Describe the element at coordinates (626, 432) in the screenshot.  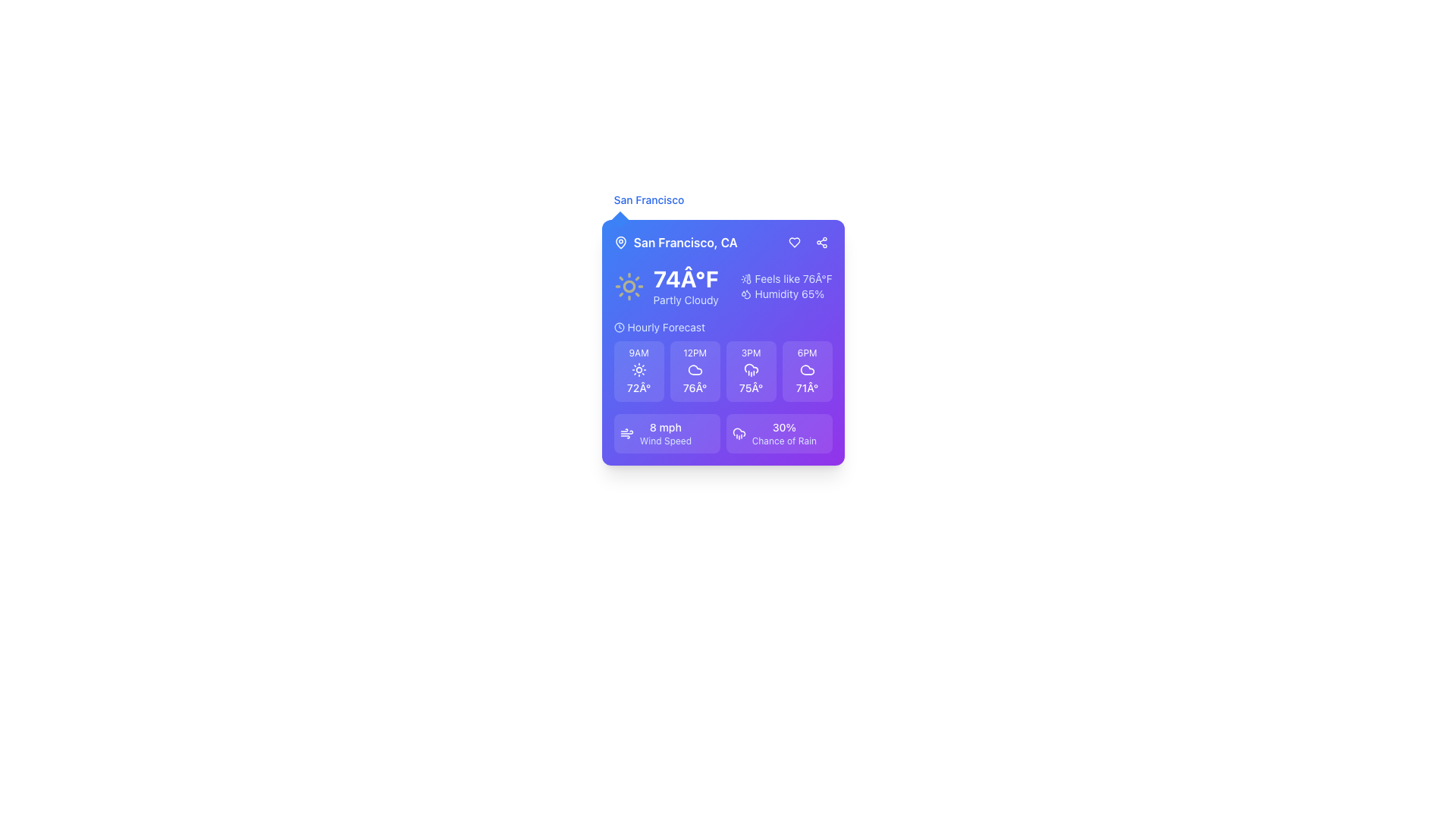
I see `the middle curved component of the wind icon within the weather information card, located near the 'Wind Speed' label` at that location.